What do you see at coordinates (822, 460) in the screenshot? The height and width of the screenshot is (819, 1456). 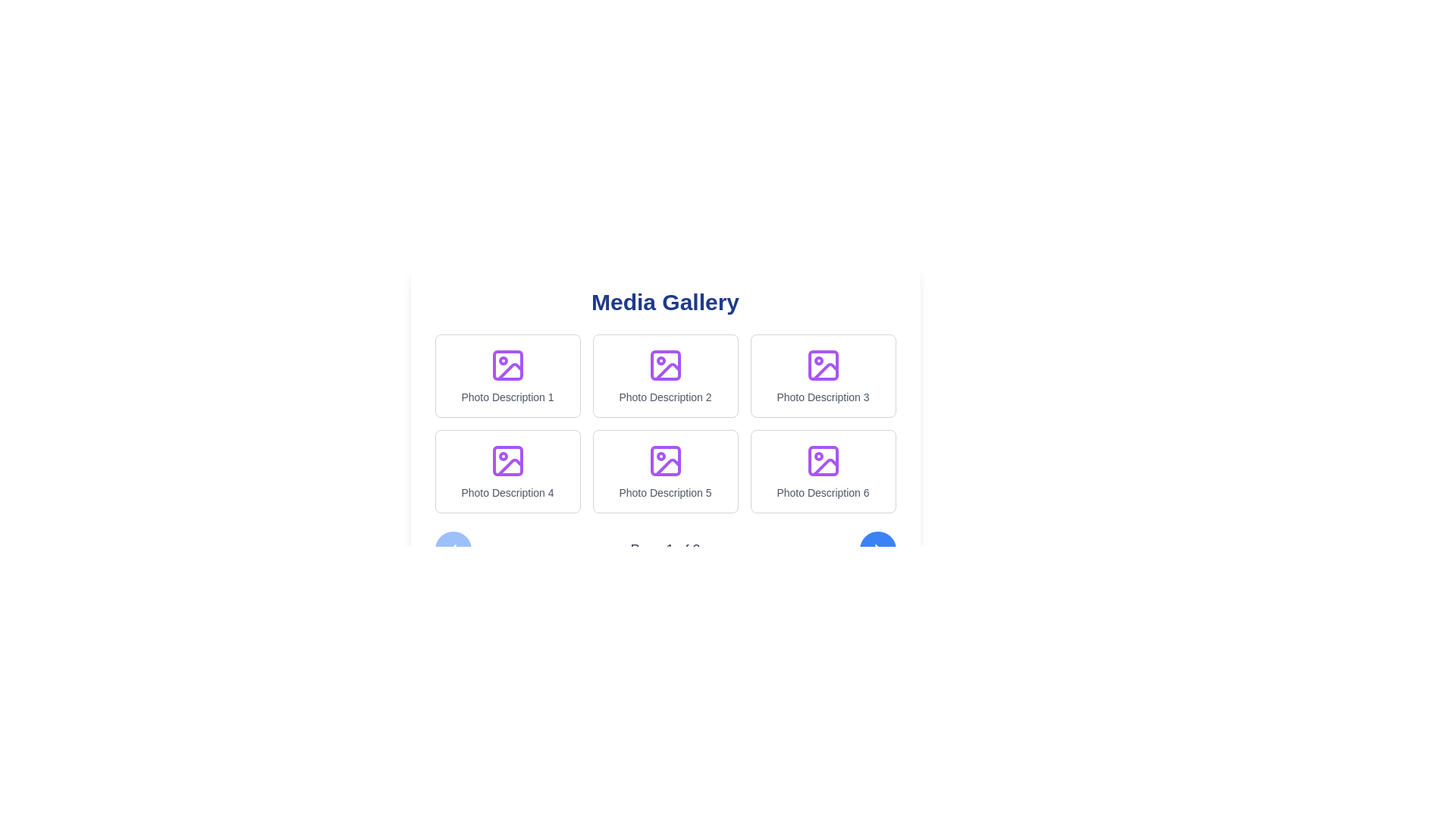 I see `the purple rounded square icon representing an image located in the bottom-right of the grid under the 'Photo Description 6' label` at bounding box center [822, 460].